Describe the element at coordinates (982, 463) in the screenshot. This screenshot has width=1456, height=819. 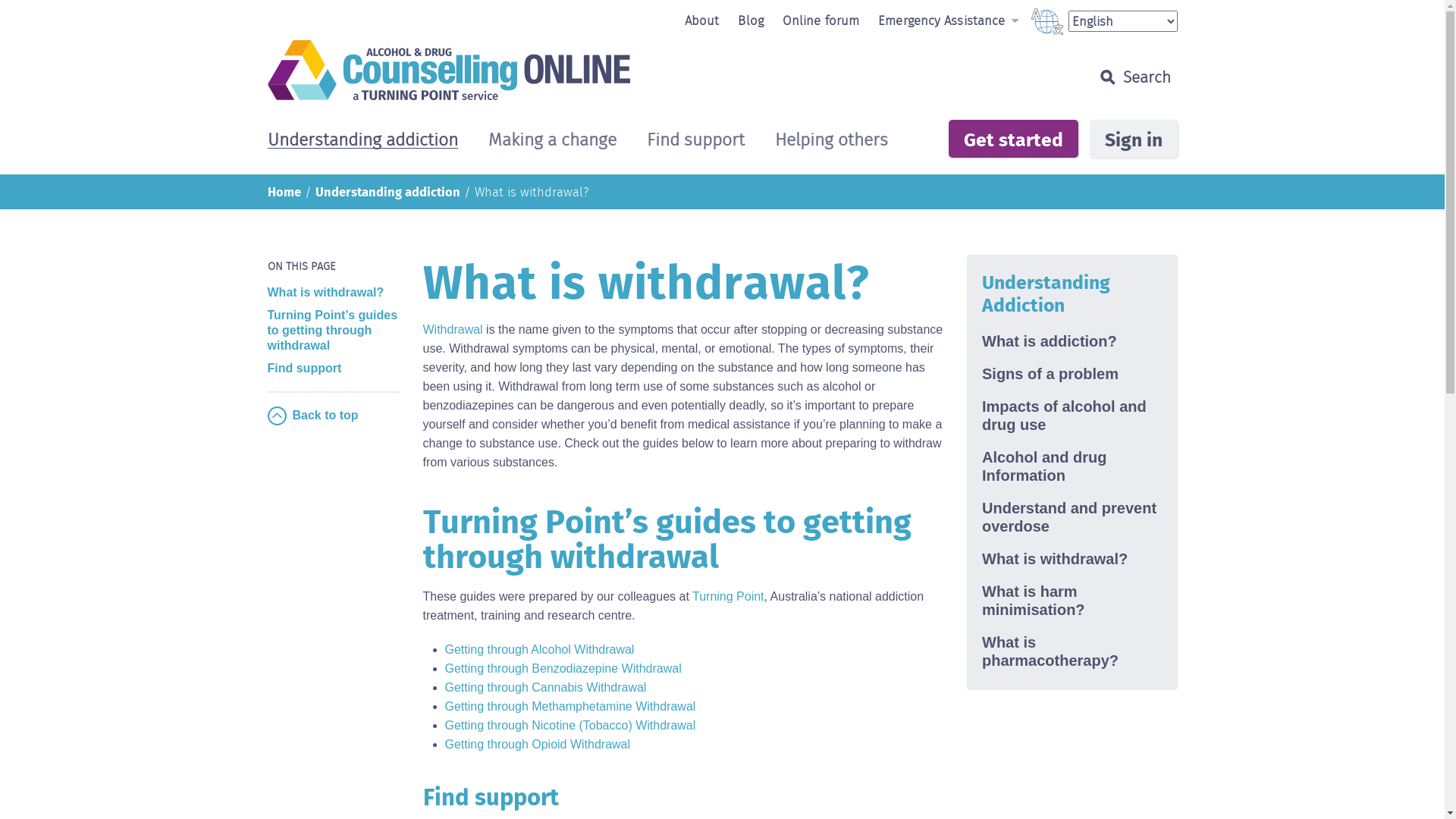
I see `'Alcohol and drug Information'` at that location.